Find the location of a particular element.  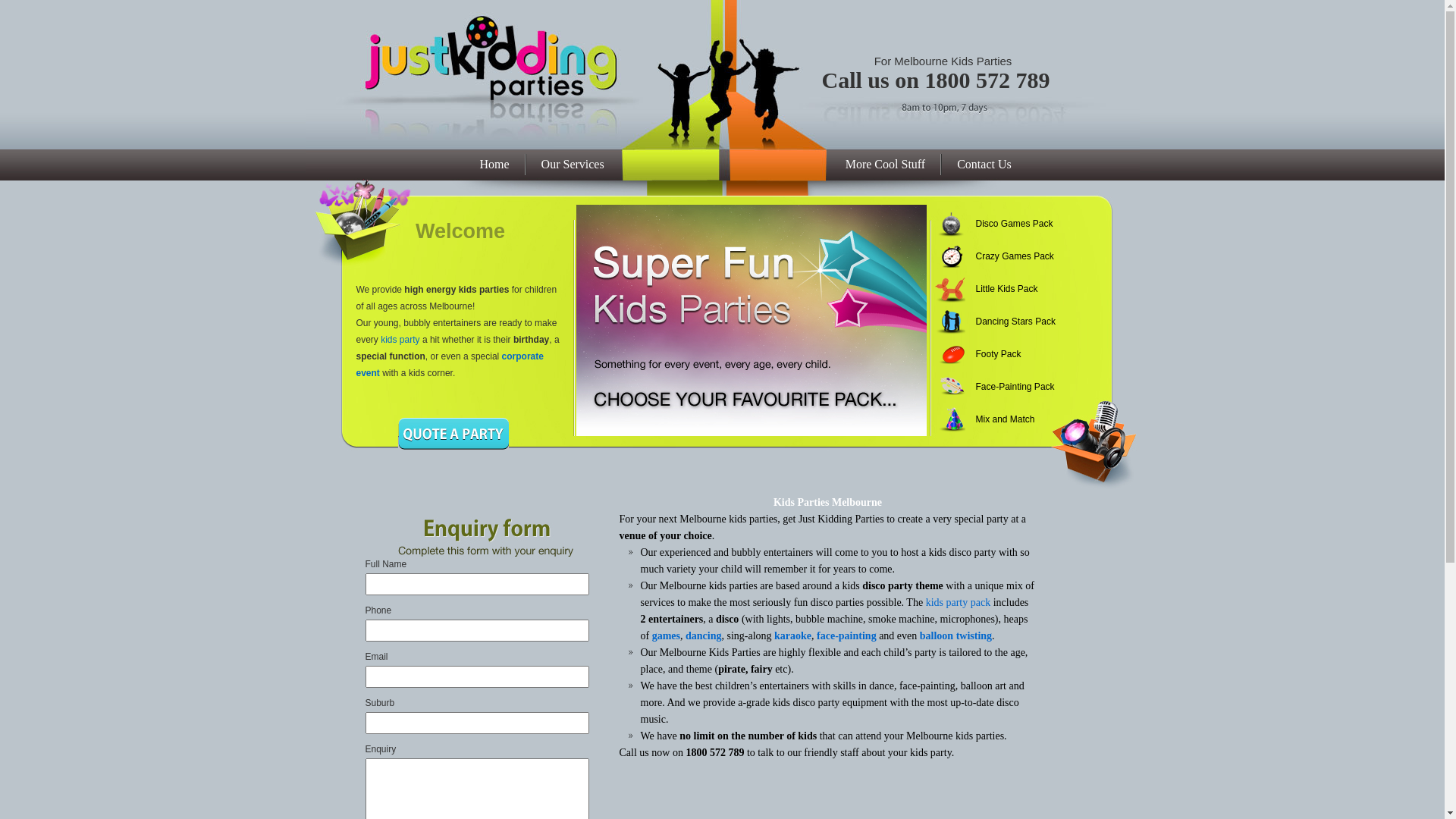

'corporate event' is located at coordinates (449, 365).